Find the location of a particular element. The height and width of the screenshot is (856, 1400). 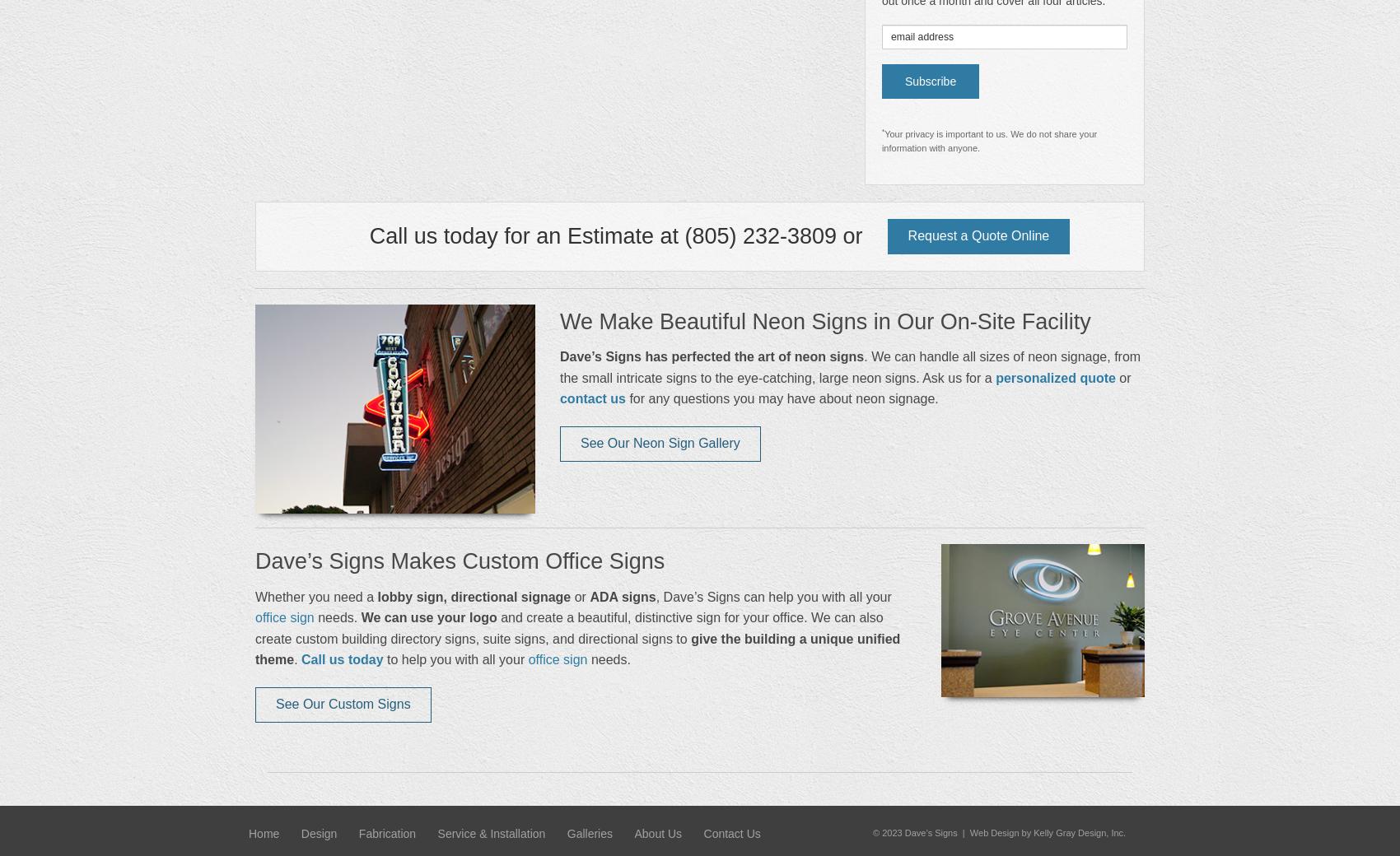

'Web Design by Kelly Gray Design, Inc.' is located at coordinates (1046, 833).